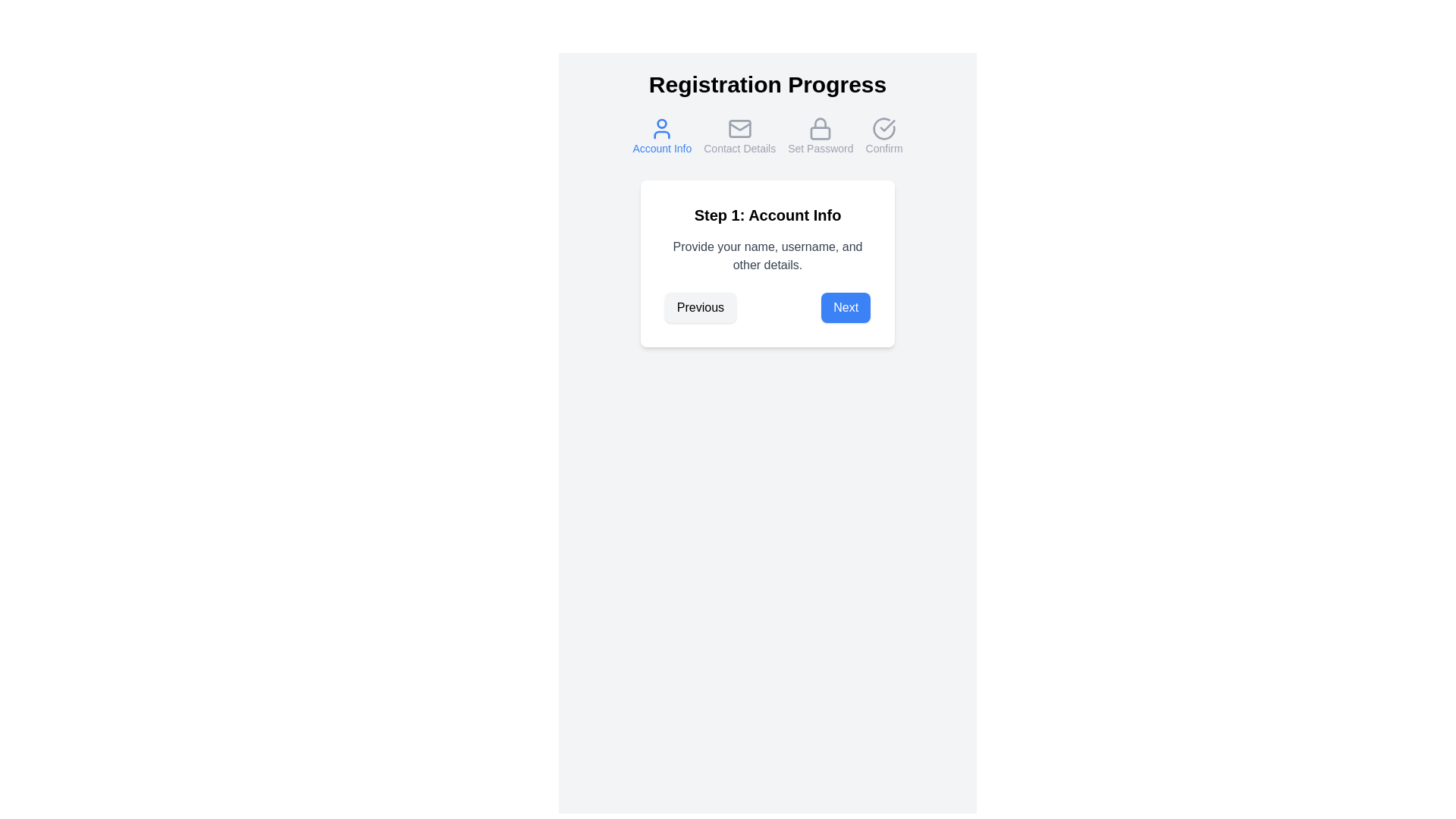 This screenshot has width=1456, height=819. What do you see at coordinates (820, 149) in the screenshot?
I see `the non-interactive text label that describes the password setting step in the registration flow, located below the lock icon` at bounding box center [820, 149].